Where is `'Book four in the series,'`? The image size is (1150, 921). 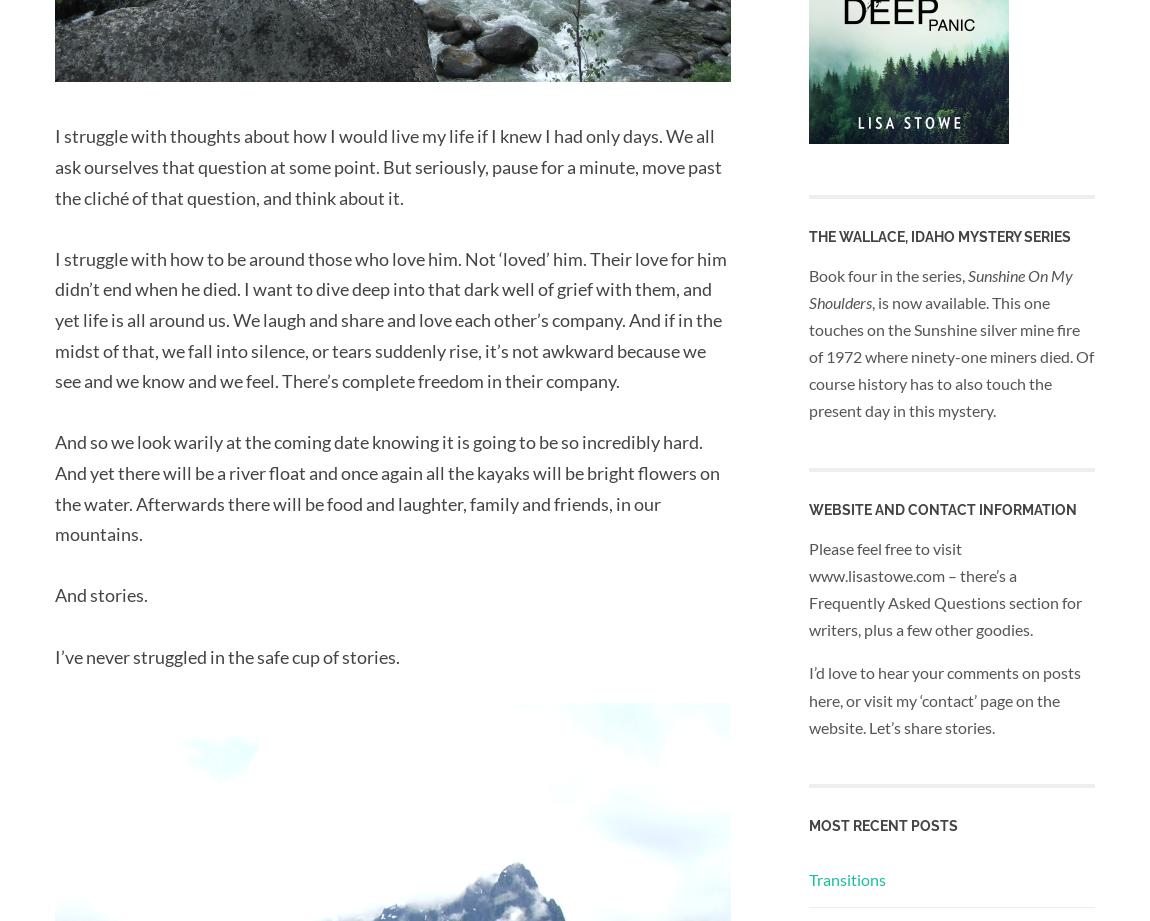
'Book four in the series,' is located at coordinates (888, 273).